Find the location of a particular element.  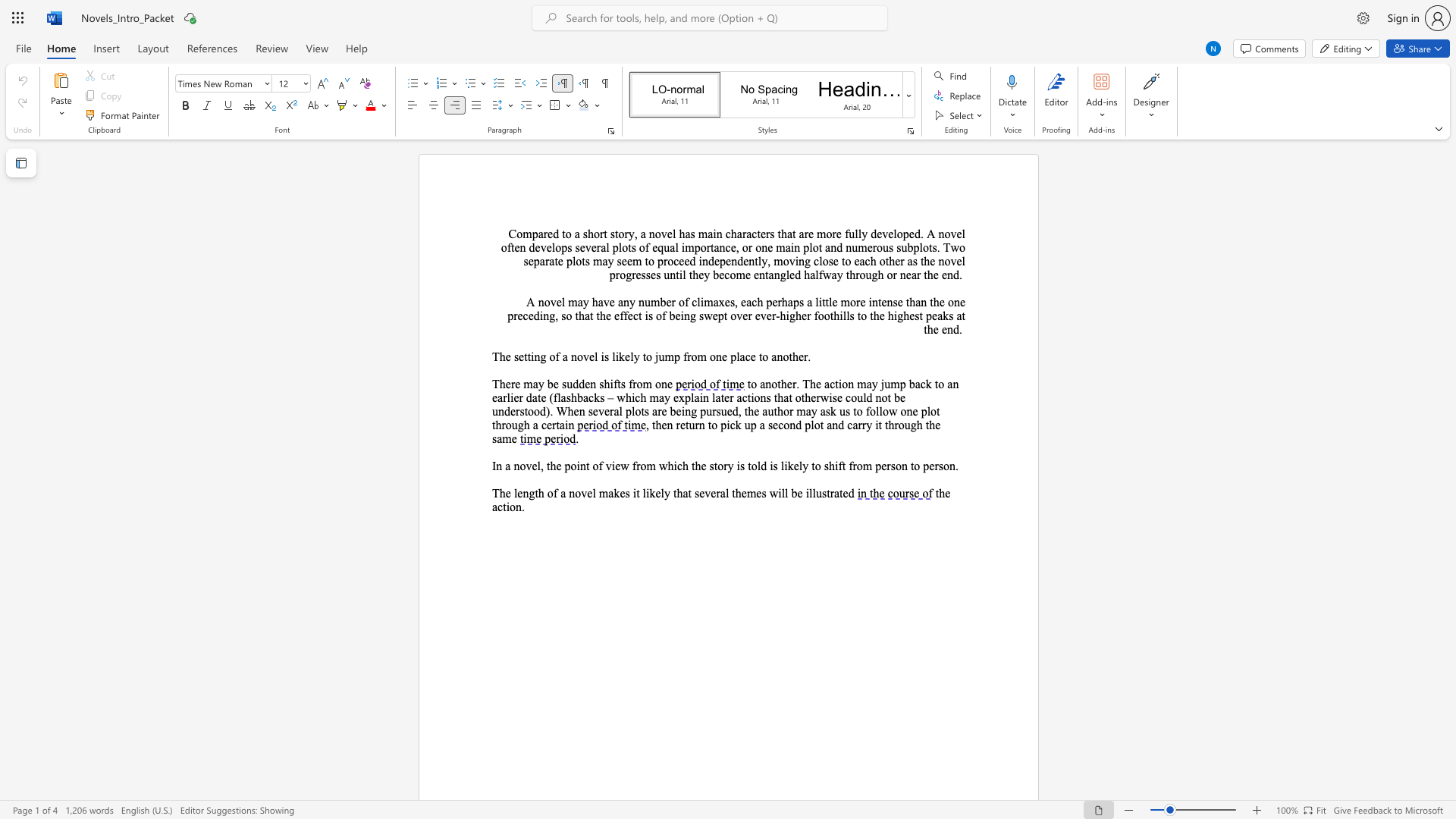

the subset text "l they become entangled halfway" within the text "independently, moving close to each other as the novel progresses until they become entangled halfway through or near the end." is located at coordinates (682, 275).